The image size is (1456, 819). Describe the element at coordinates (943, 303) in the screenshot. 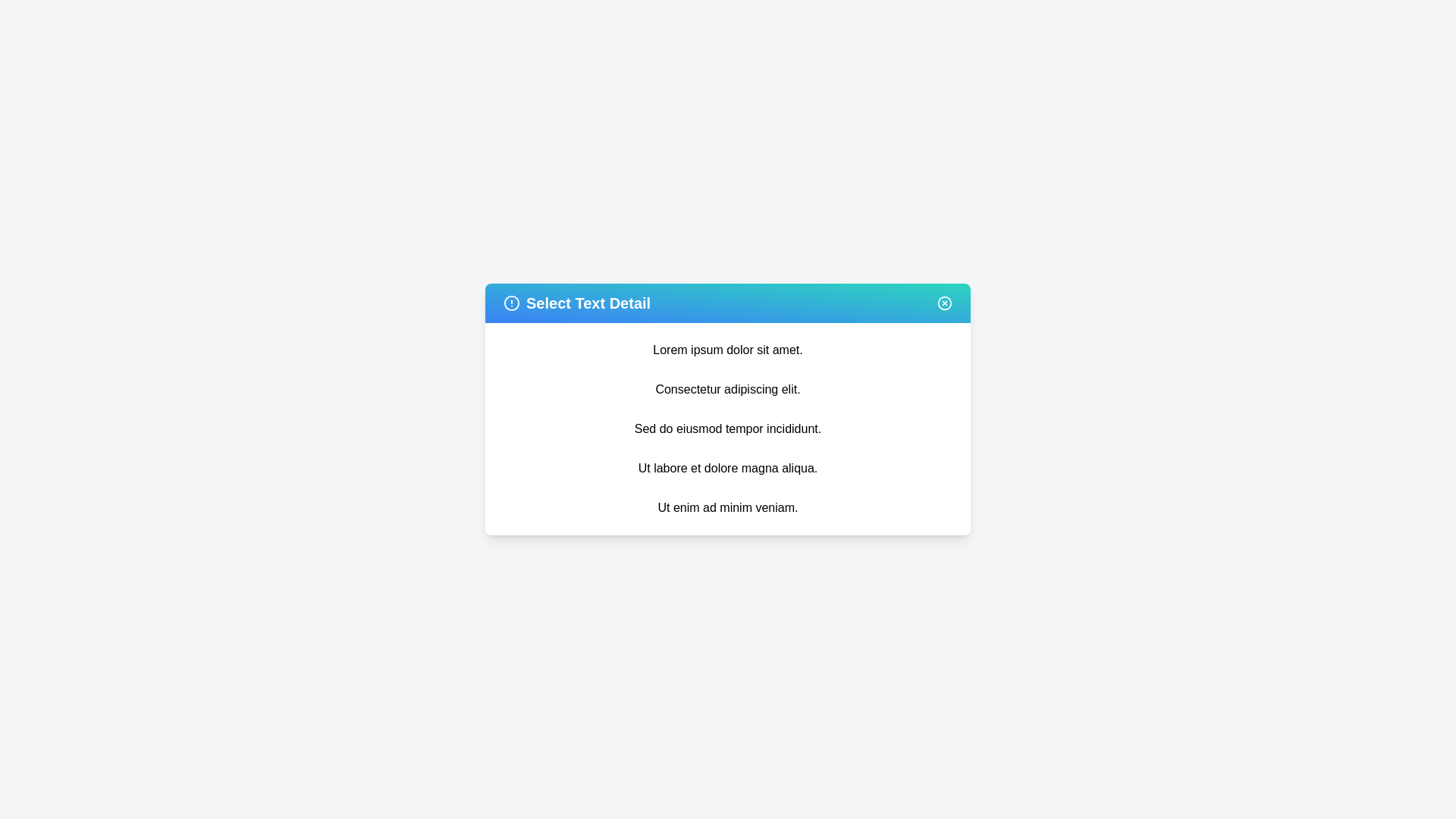

I see `the close button to dismiss the dialog` at that location.